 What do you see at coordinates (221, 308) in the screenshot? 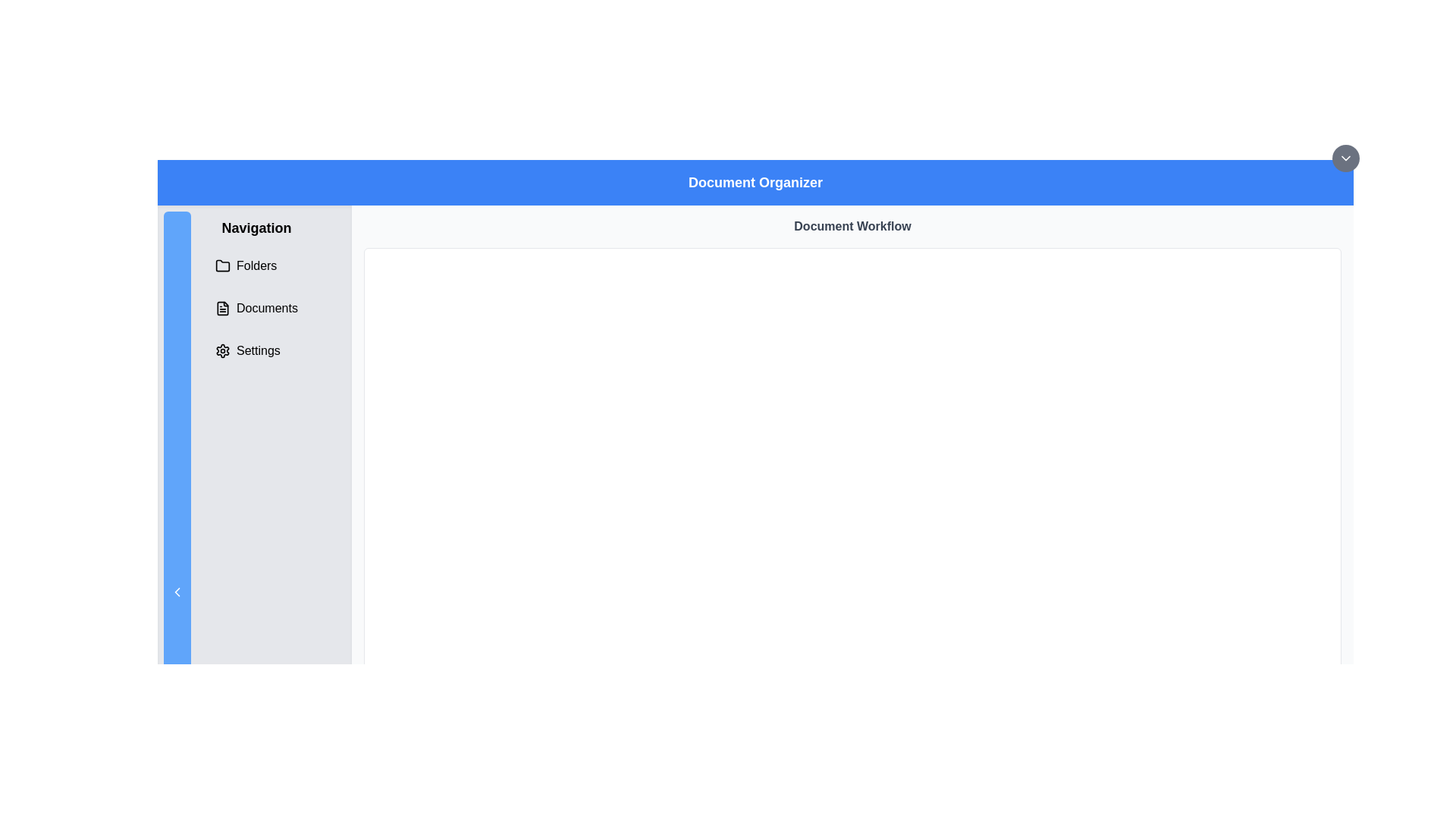
I see `the small 20x20 pixel document icon located next to the 'Documents' text in the sidebar` at bounding box center [221, 308].